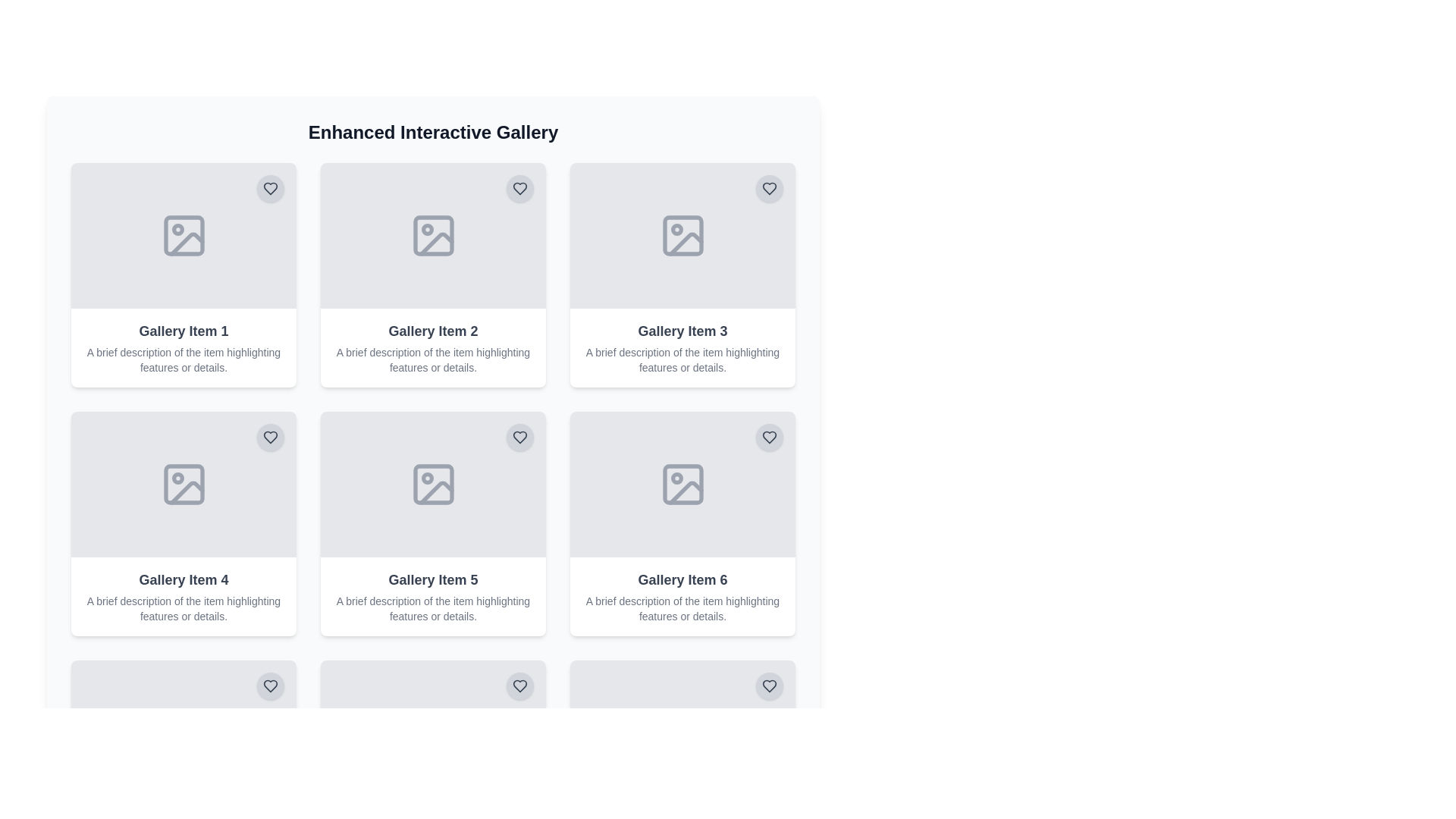 The height and width of the screenshot is (819, 1456). I want to click on text contained in the title heading of 'Gallery Item 5', which is located in the second row and second column of the gallery grid layout, so click(432, 579).